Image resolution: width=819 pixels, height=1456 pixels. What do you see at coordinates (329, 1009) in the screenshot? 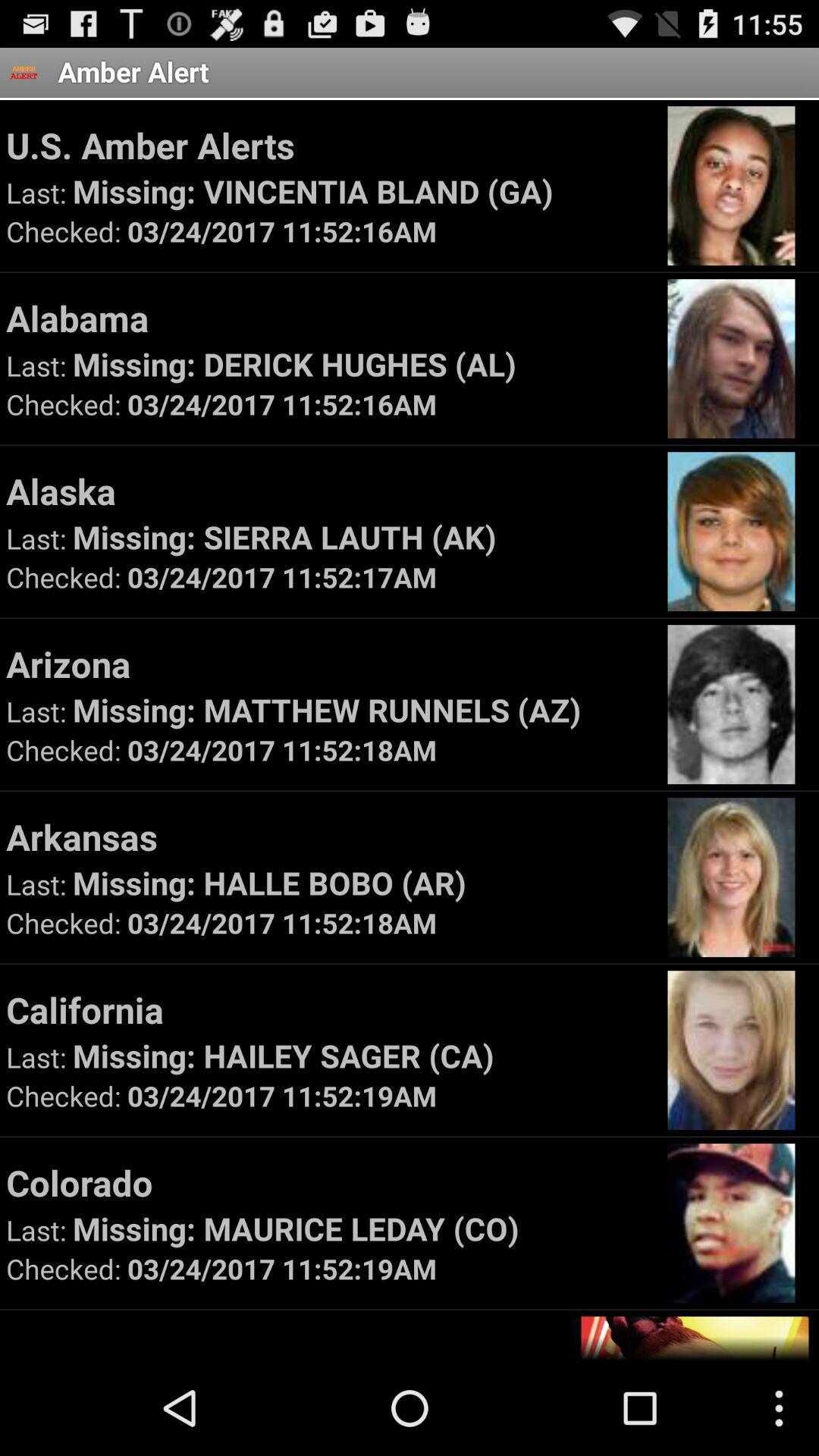
I see `the california icon` at bounding box center [329, 1009].